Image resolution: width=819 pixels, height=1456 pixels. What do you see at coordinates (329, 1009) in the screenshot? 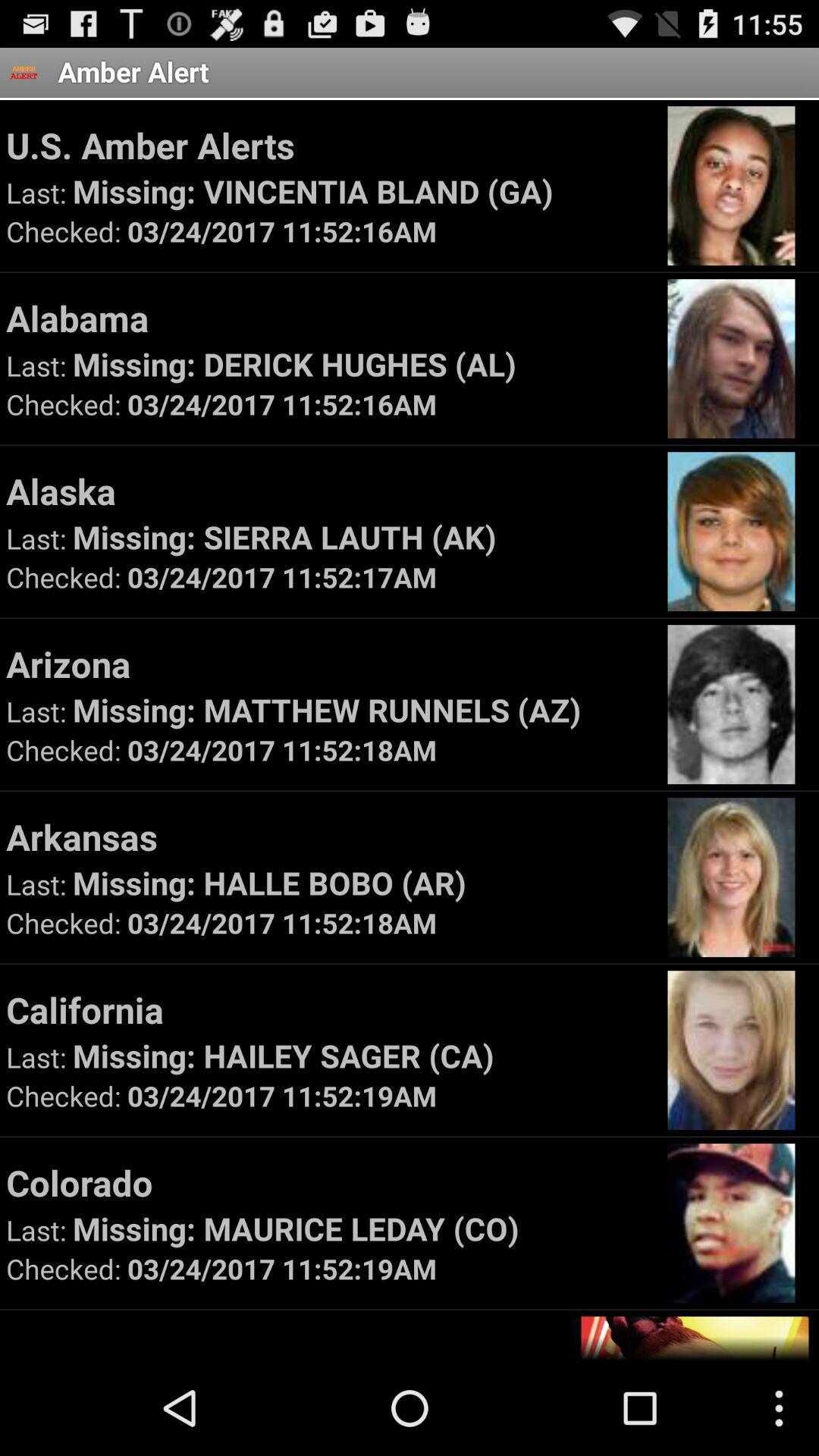
I see `the california icon` at bounding box center [329, 1009].